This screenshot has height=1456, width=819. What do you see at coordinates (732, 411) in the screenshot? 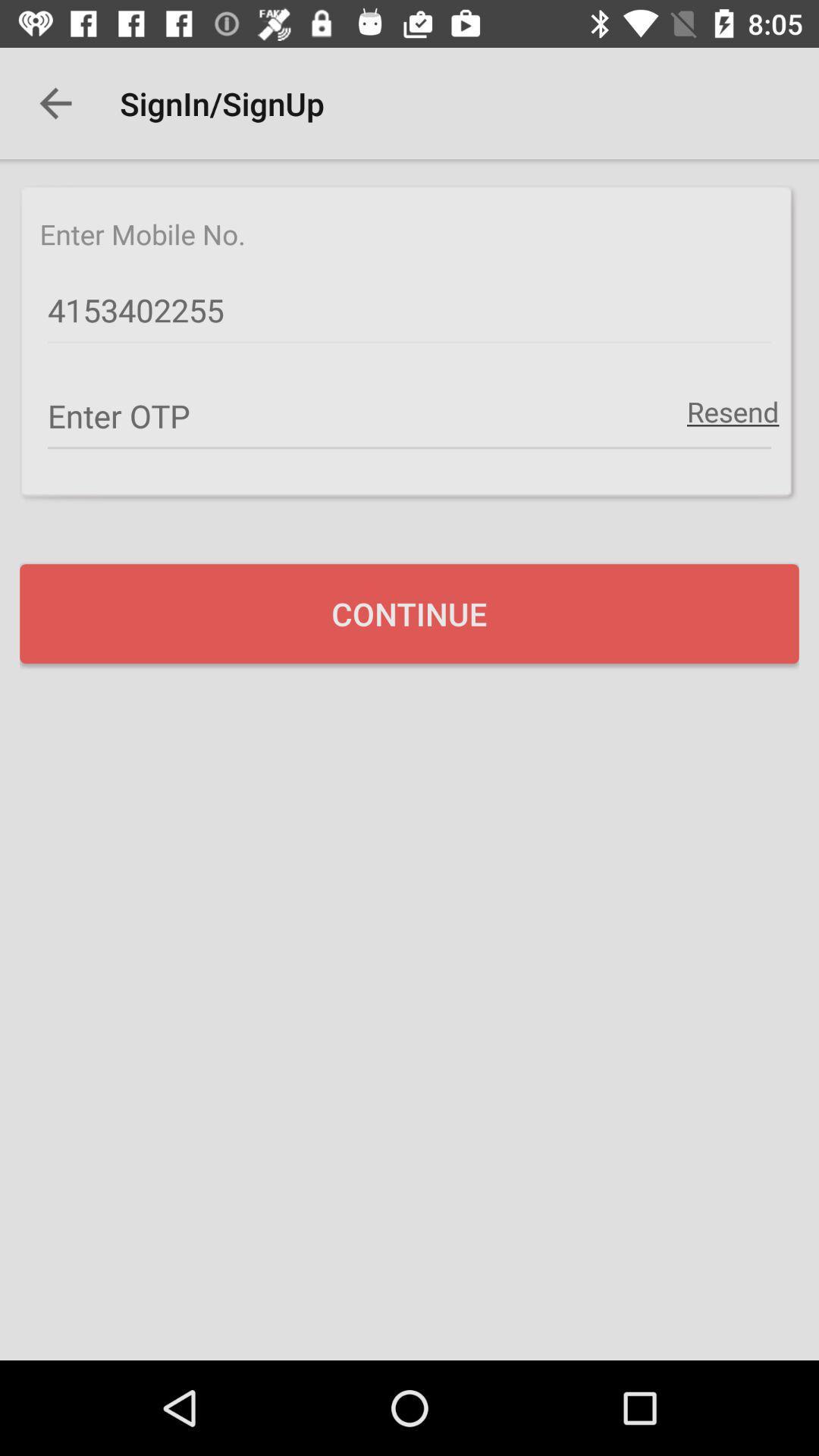
I see `the icon below the 4153402255 icon` at bounding box center [732, 411].